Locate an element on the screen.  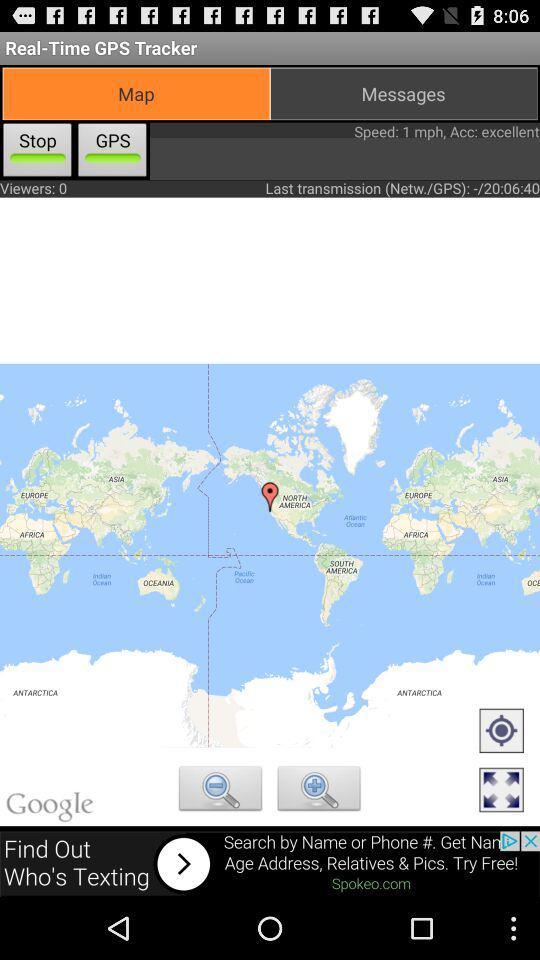
advertisement is located at coordinates (270, 863).